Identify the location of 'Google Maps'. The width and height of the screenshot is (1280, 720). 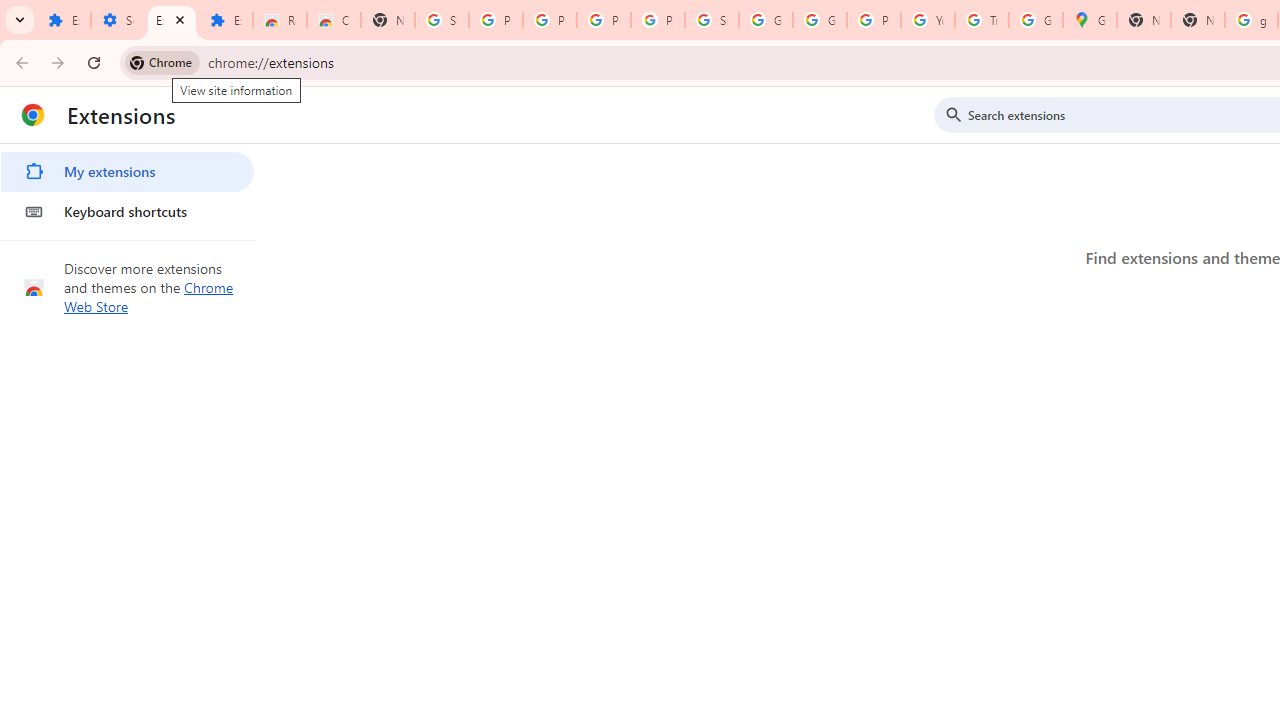
(1088, 20).